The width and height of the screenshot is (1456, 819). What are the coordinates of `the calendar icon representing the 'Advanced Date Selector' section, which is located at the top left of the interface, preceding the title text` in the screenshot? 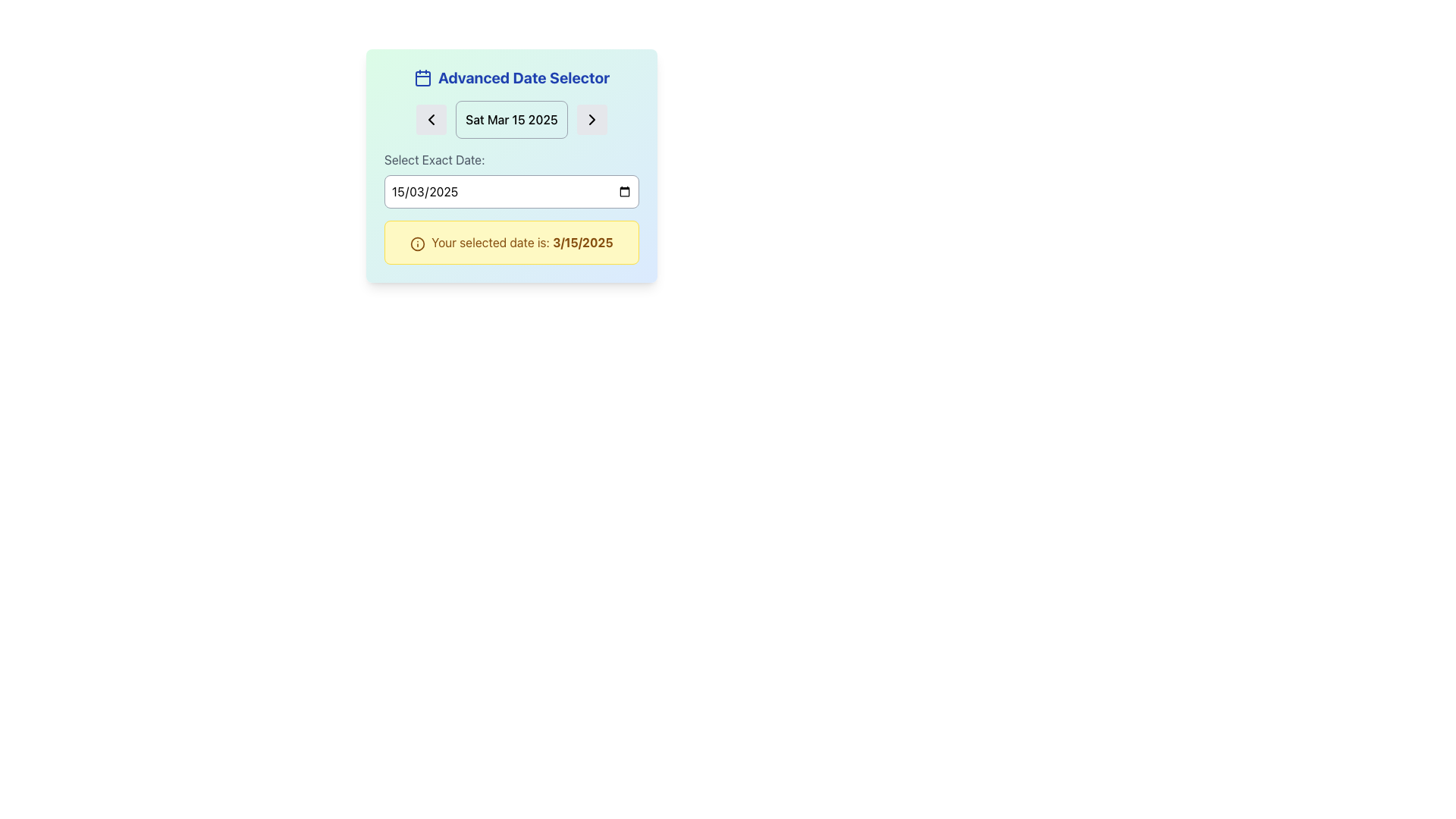 It's located at (422, 78).